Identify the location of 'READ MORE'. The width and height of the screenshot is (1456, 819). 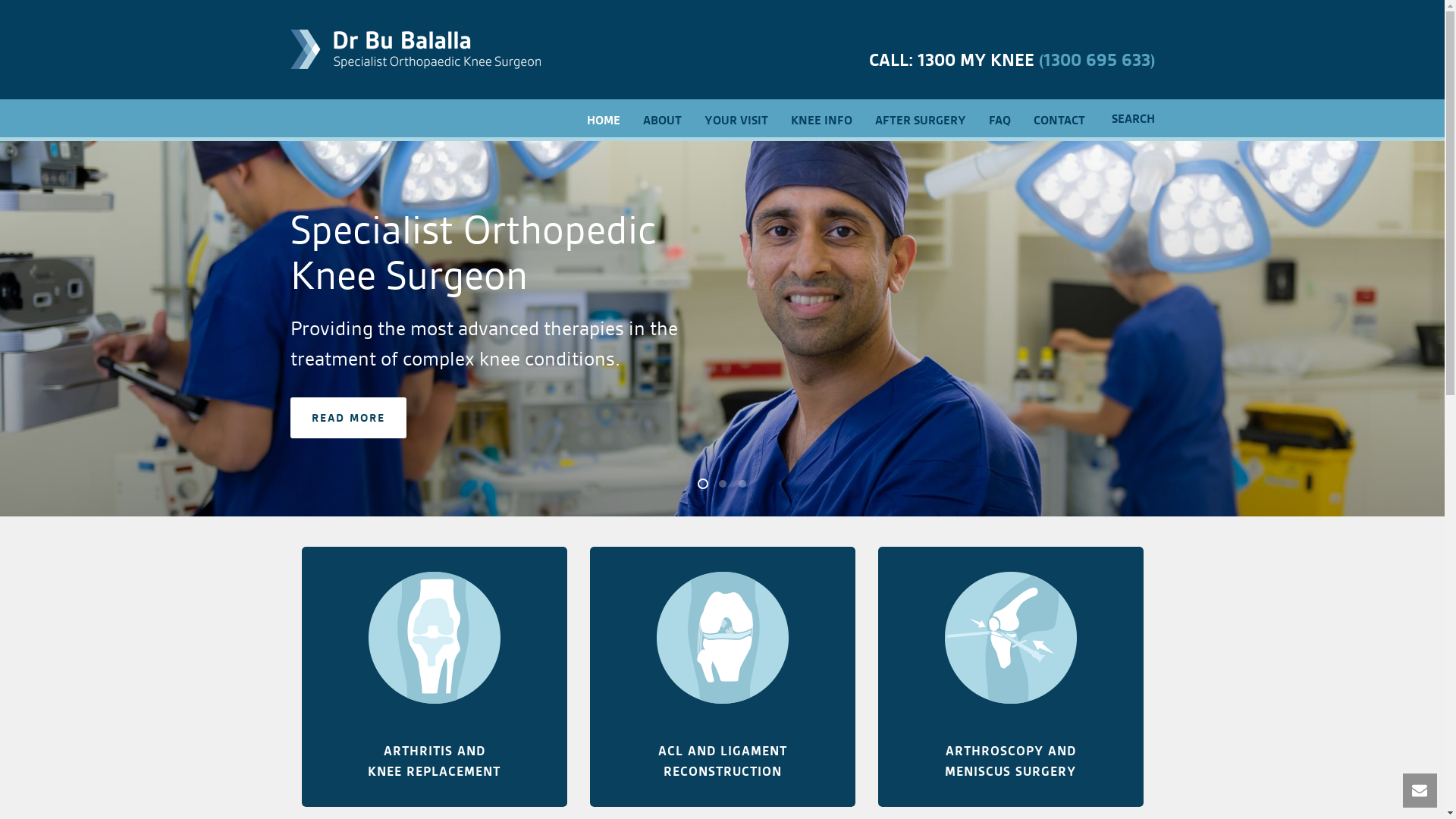
(347, 418).